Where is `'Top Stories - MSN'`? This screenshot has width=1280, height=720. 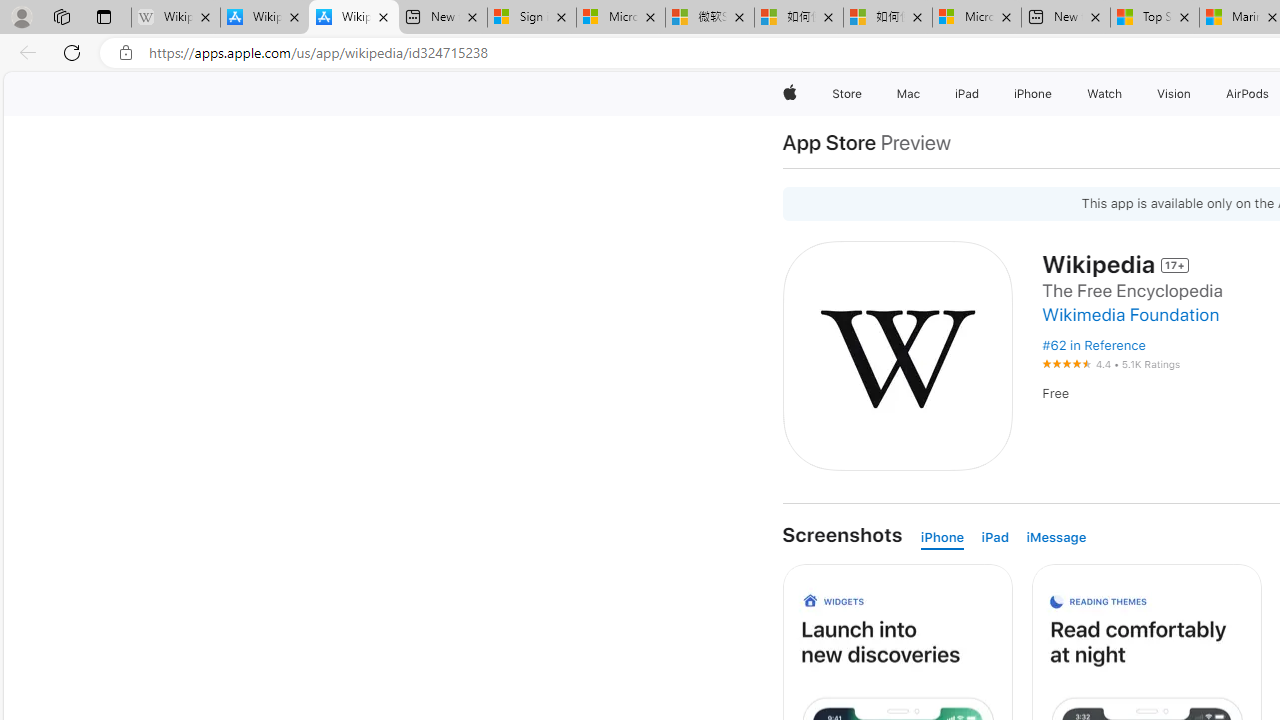
'Top Stories - MSN' is located at coordinates (1155, 17).